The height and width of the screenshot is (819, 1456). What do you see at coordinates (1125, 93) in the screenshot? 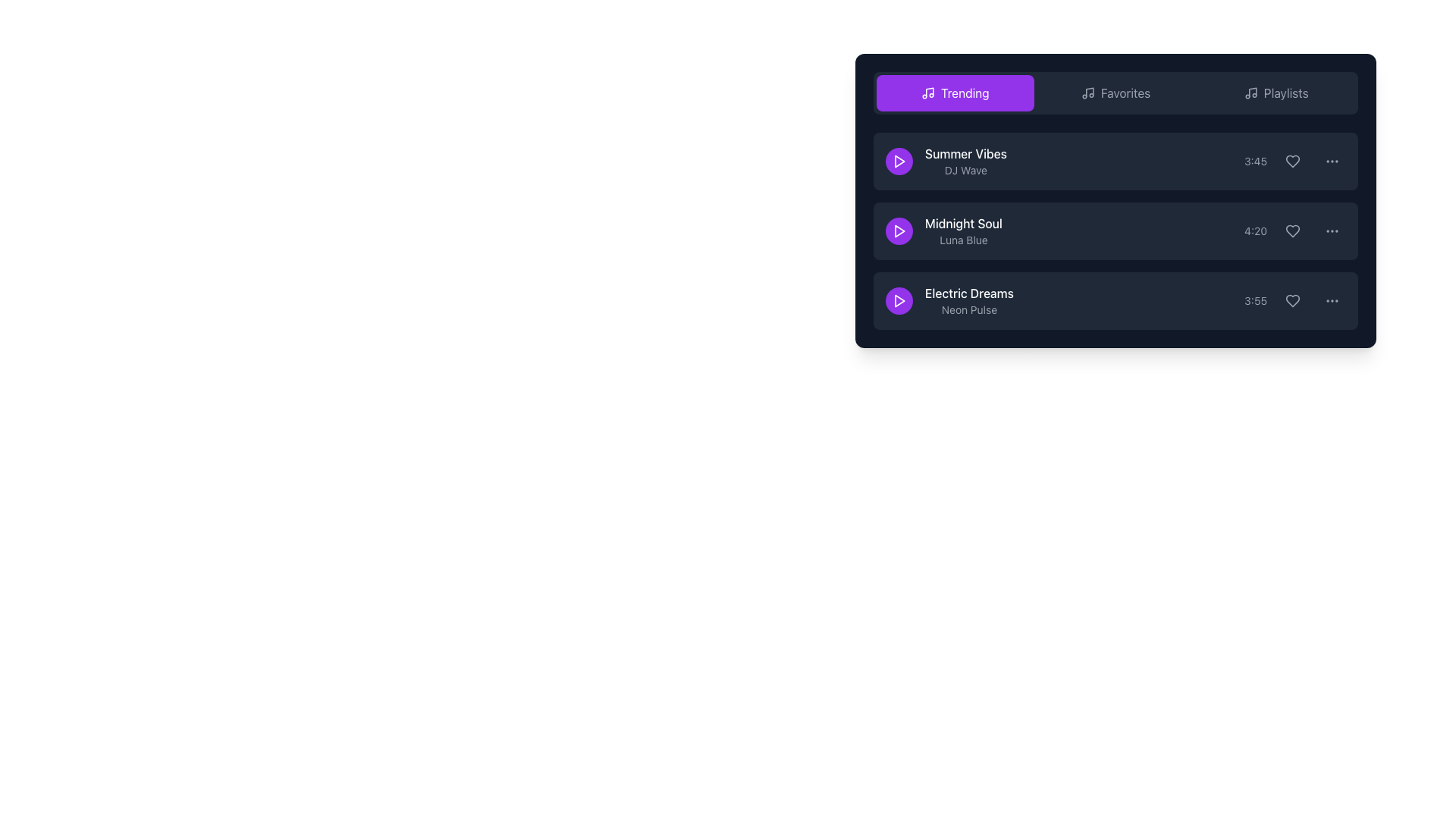
I see `the text label 'Favorites', which is styled with capitalized dark font and is located in the button group structure on the top section of the interface panel` at bounding box center [1125, 93].